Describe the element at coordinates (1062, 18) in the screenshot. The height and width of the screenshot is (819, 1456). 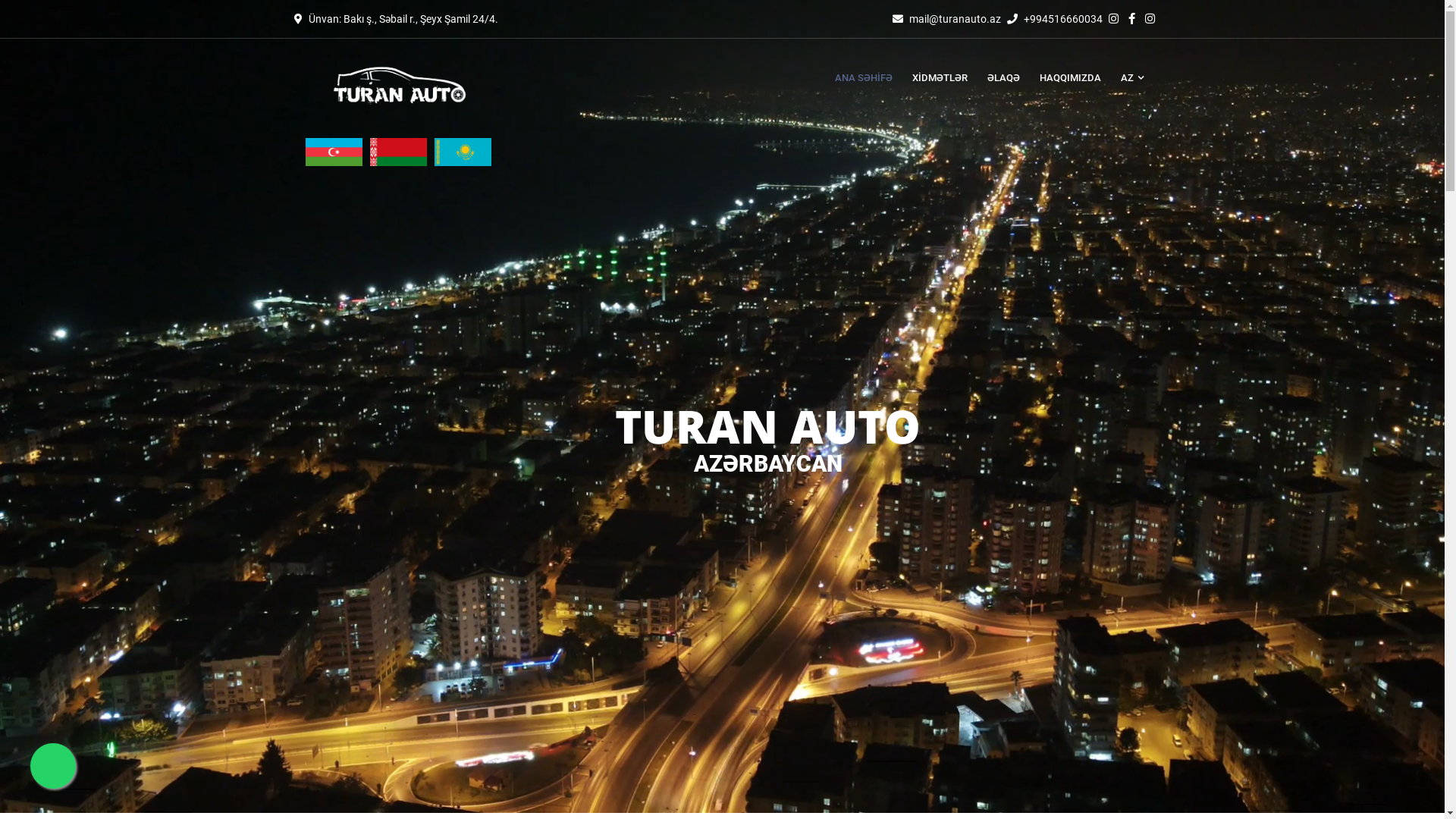
I see `'+994516660034'` at that location.